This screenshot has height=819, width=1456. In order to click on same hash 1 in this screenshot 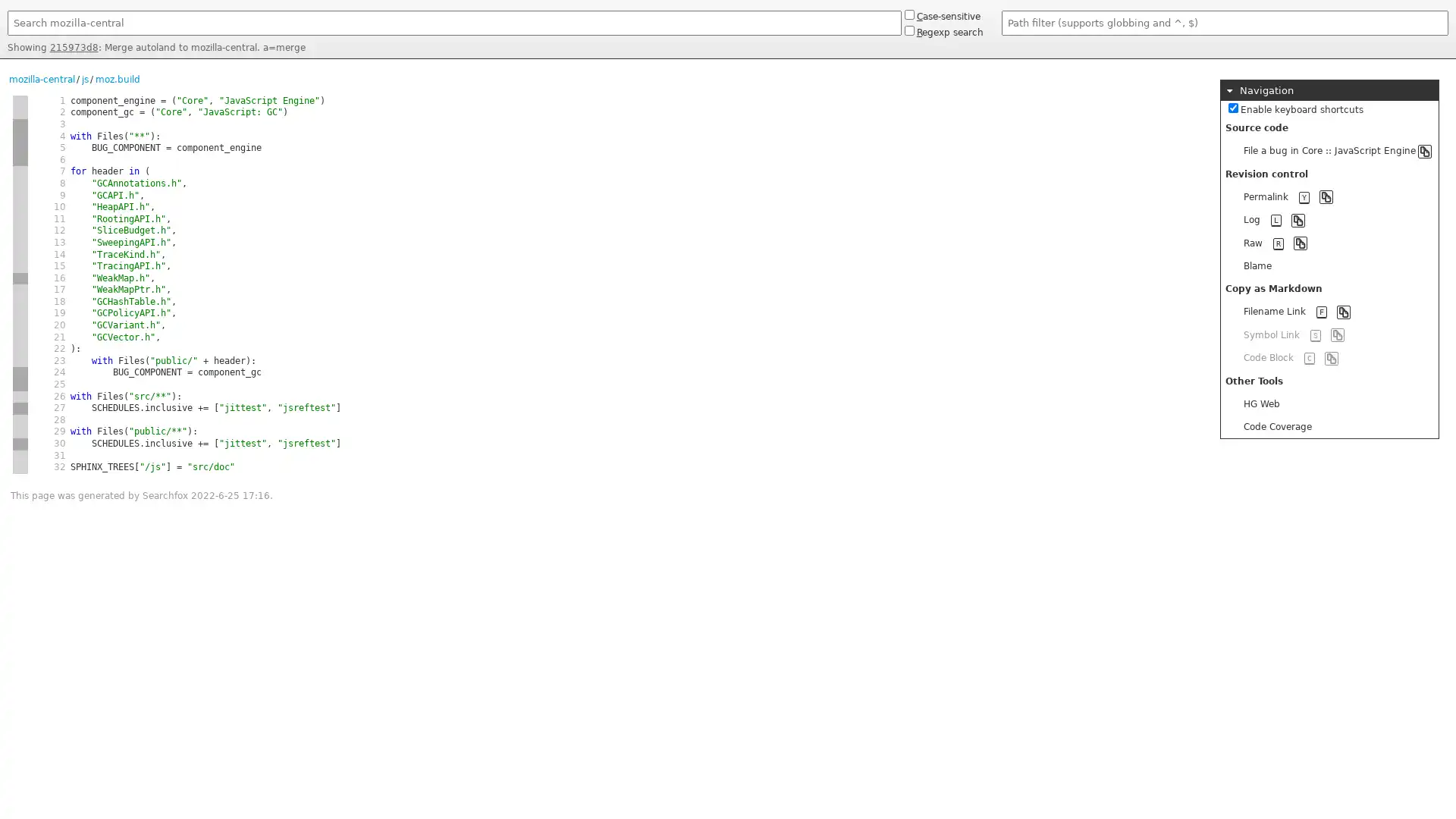, I will do `click(20, 349)`.